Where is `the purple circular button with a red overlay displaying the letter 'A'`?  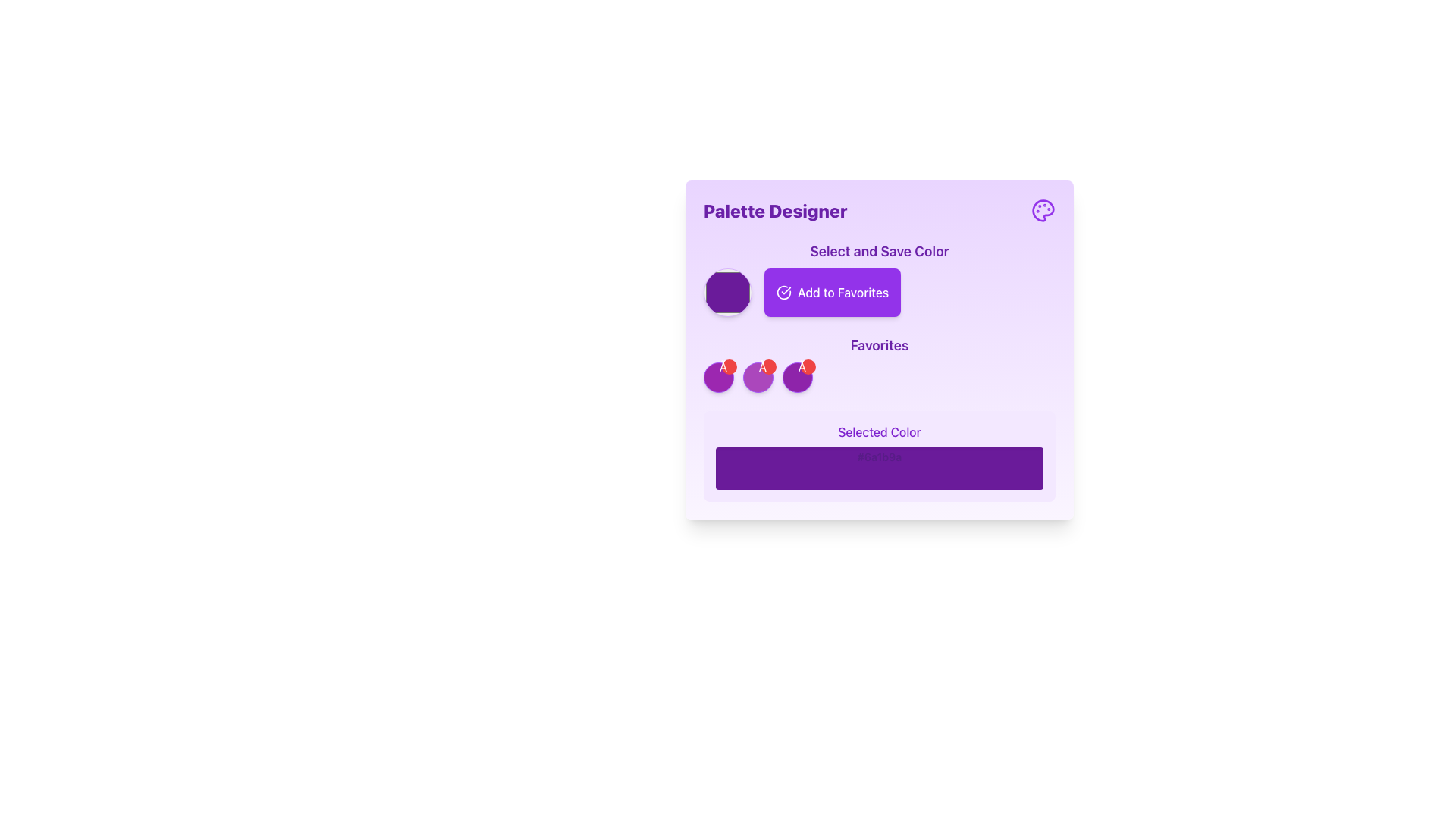 the purple circular button with a red overlay displaying the letter 'A' is located at coordinates (758, 376).